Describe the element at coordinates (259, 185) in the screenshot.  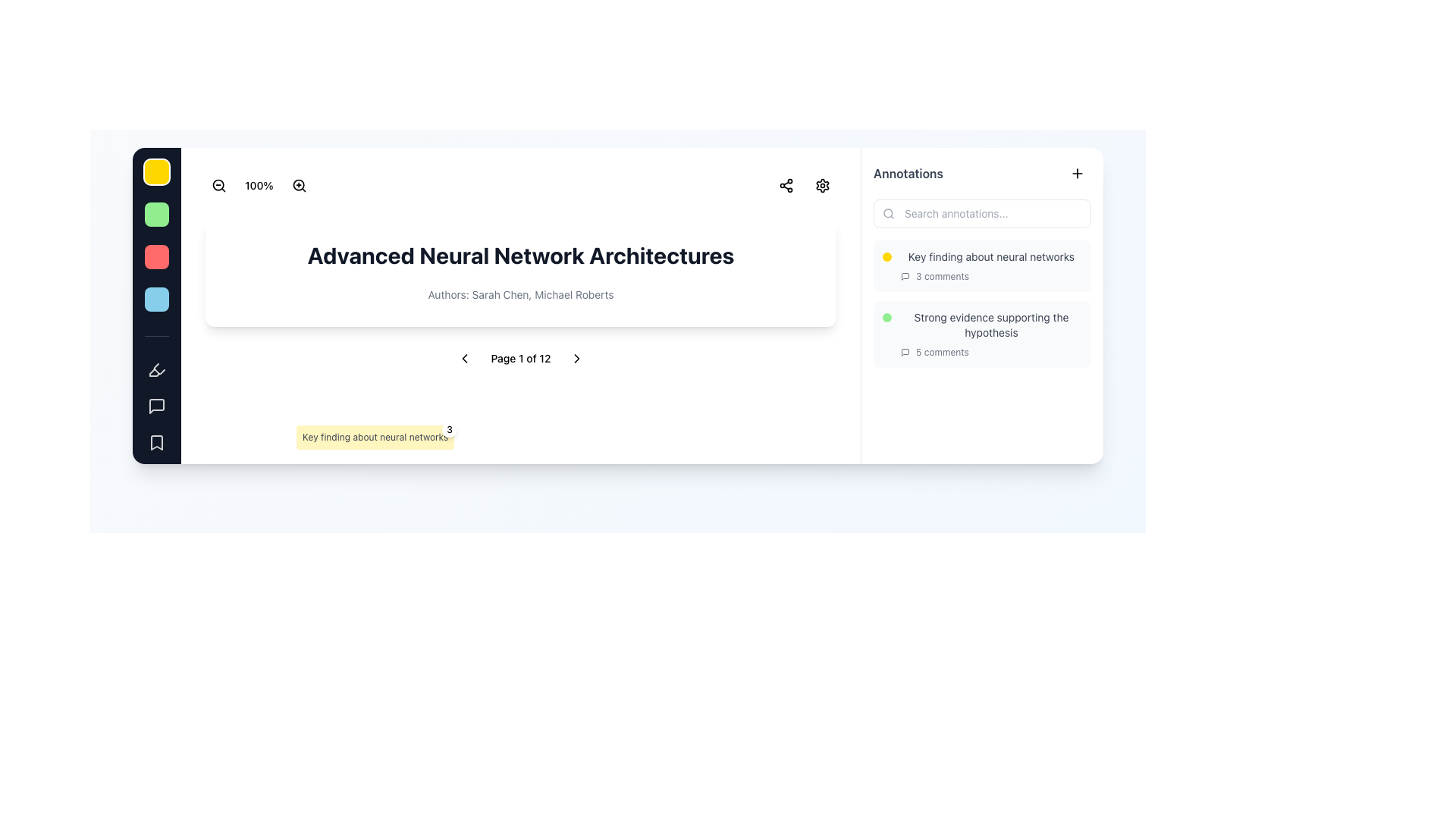
I see `the zoom level indicator label located centrally between the zoom-out and zoom-in buttons at the top-left corner of the interface` at that location.